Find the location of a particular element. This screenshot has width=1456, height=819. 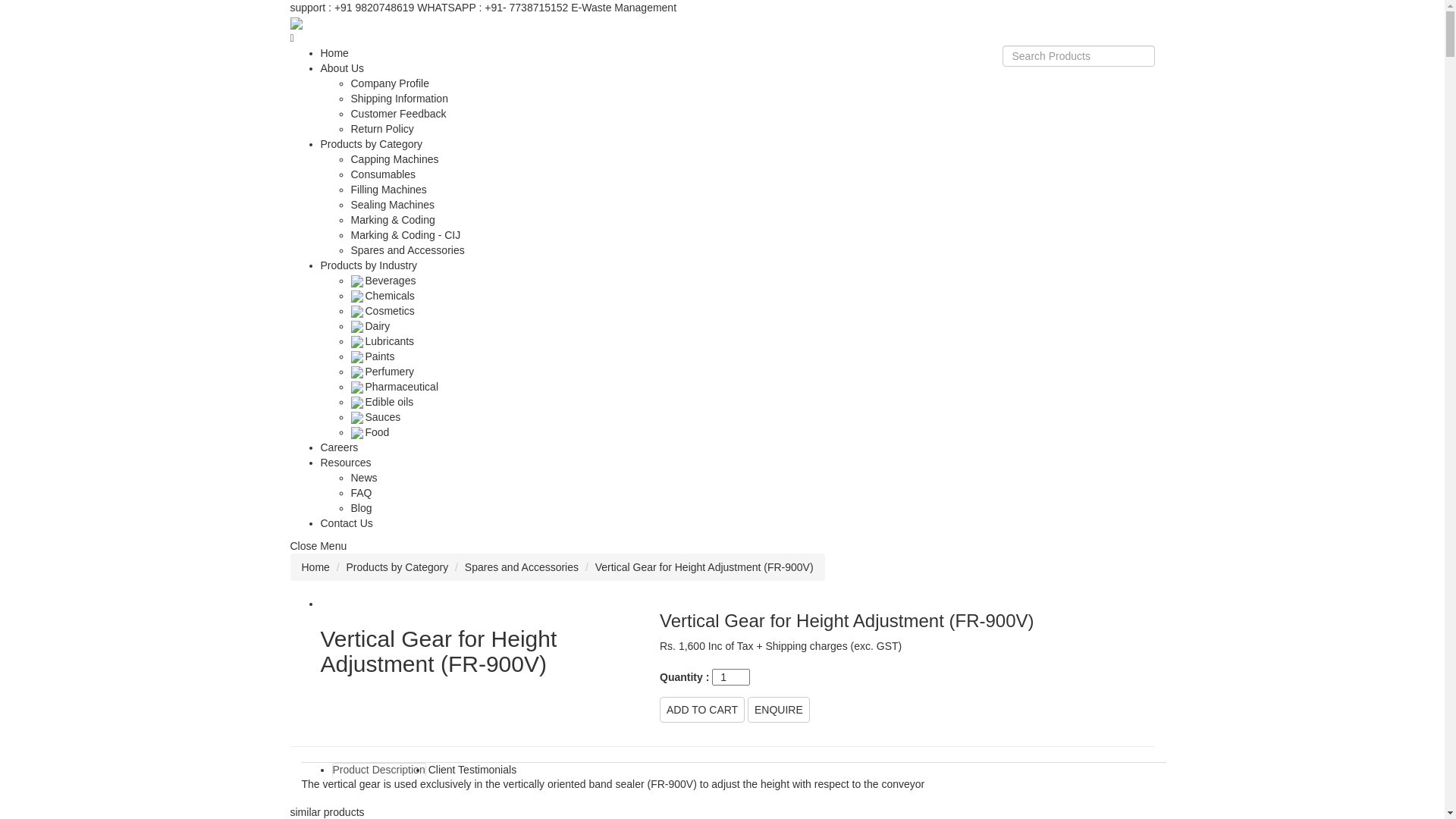

'Paints' is located at coordinates (372, 356).